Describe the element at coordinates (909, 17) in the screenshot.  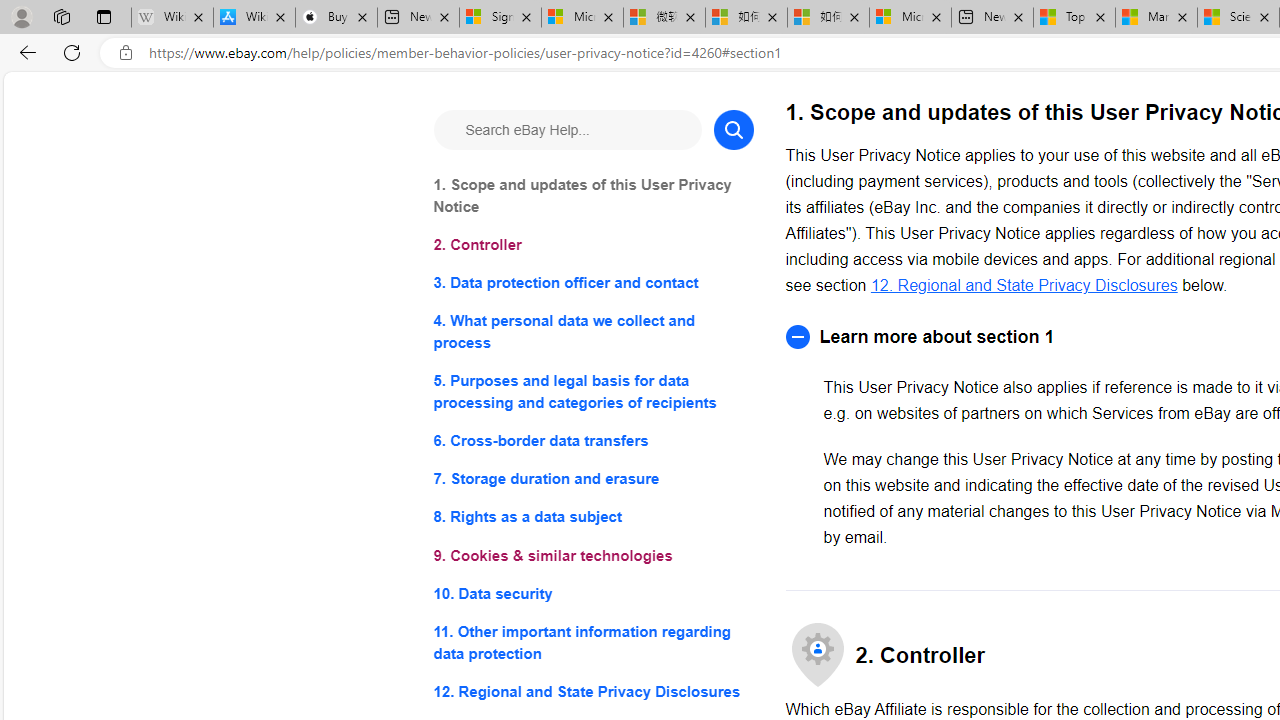
I see `'Microsoft account | Account Checkup'` at that location.